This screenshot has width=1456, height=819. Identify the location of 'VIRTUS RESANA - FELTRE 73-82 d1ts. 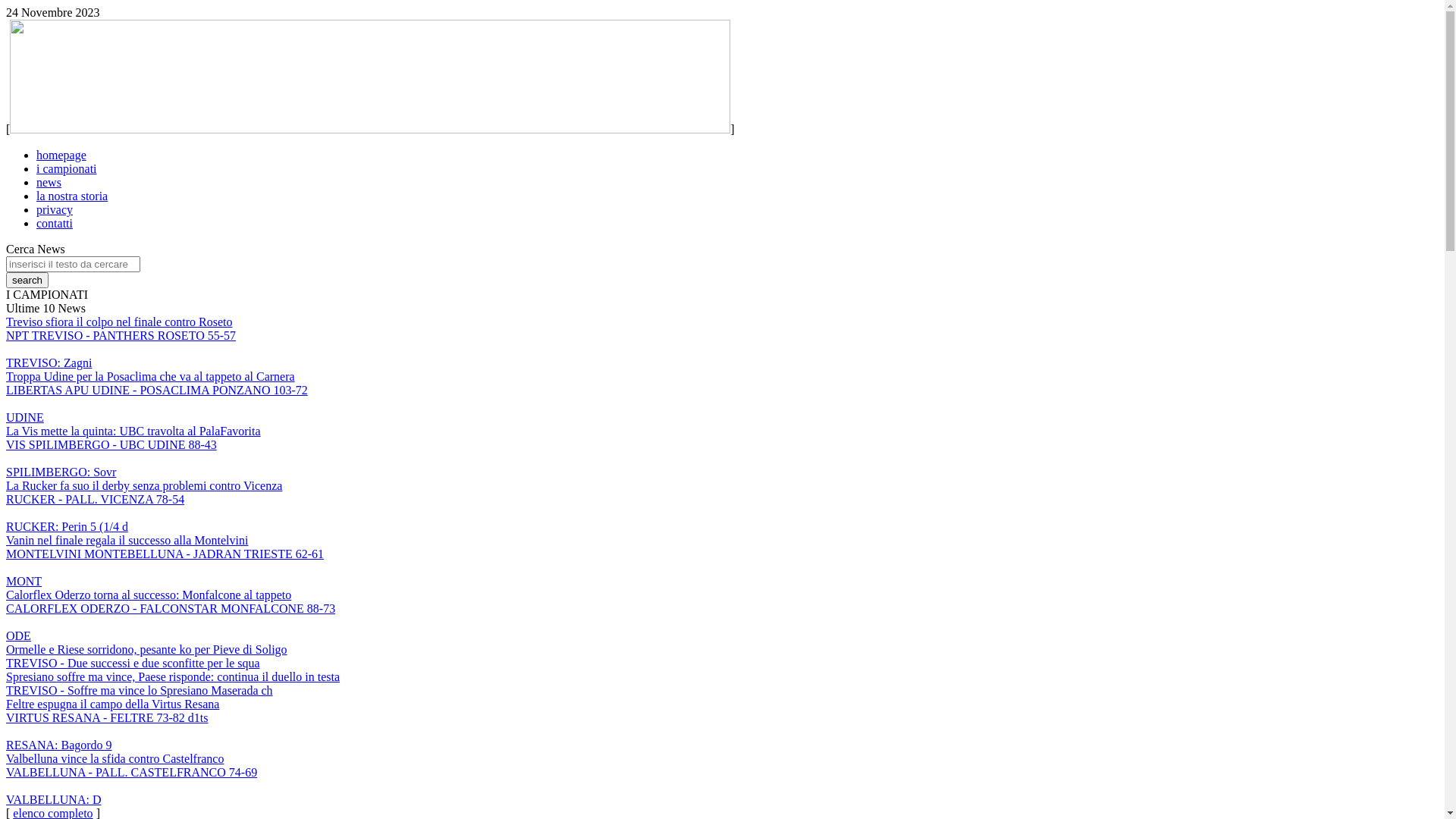
(105, 730).